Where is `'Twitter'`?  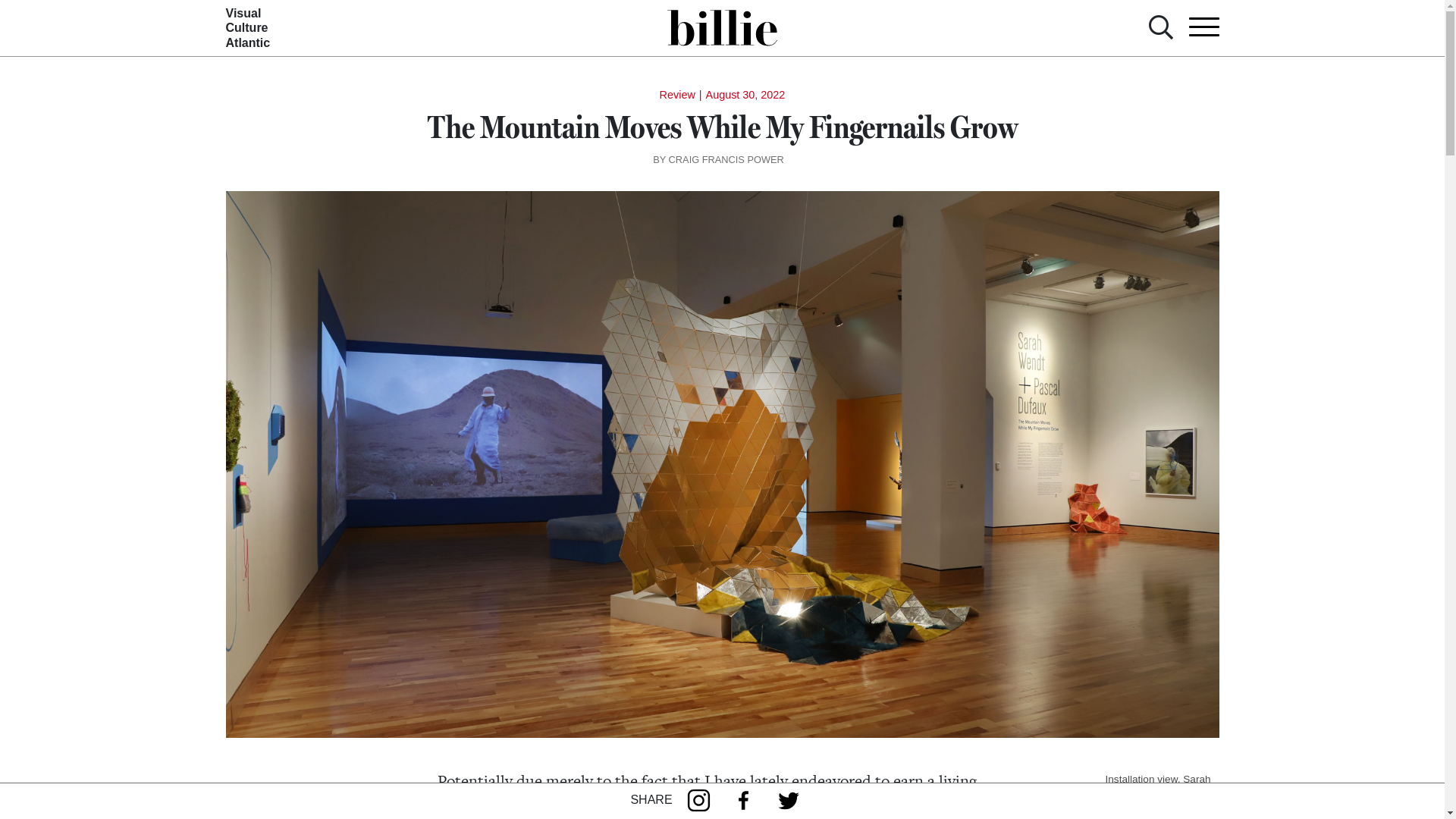 'Twitter' is located at coordinates (791, 800).